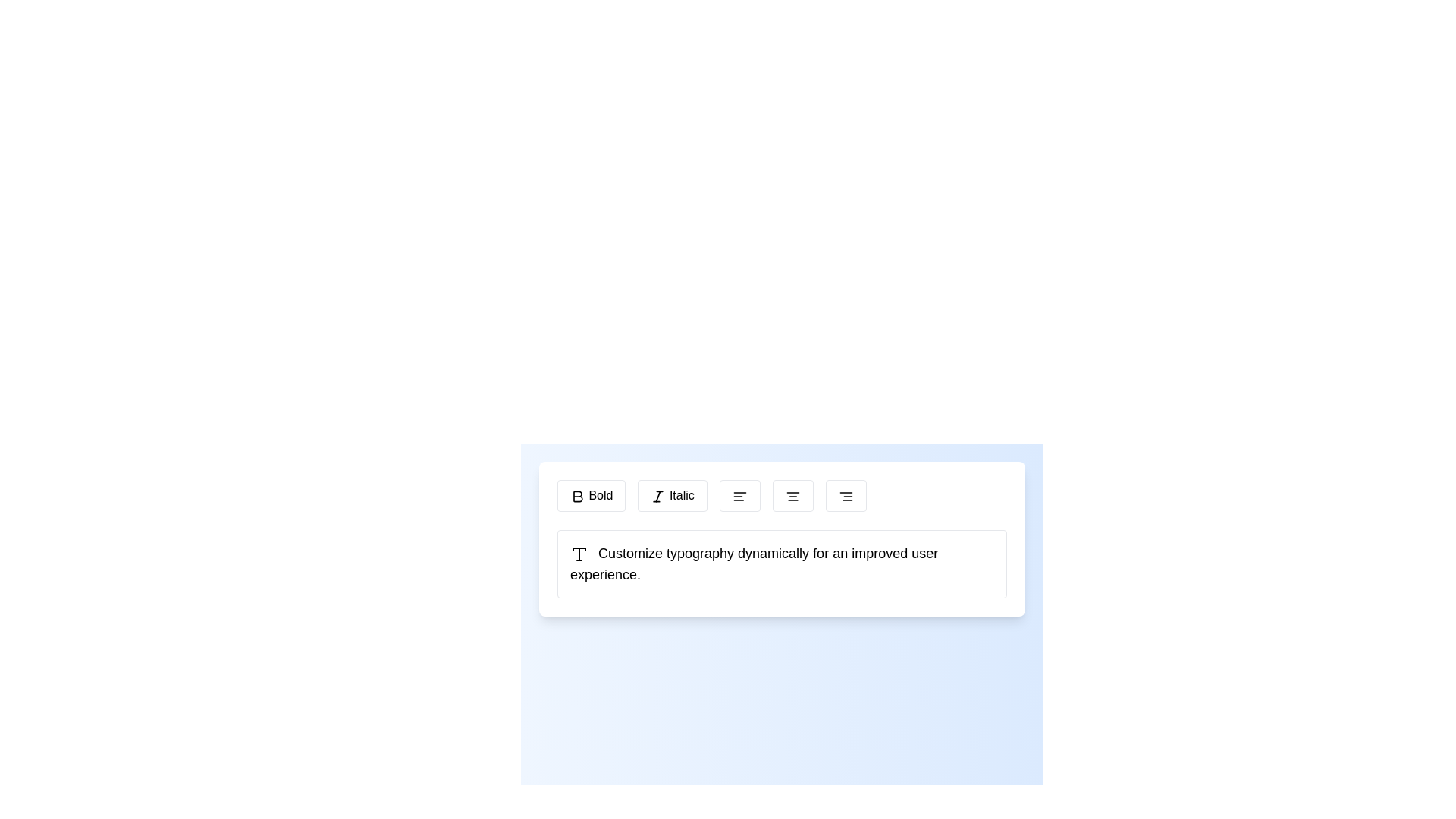 The width and height of the screenshot is (1456, 819). I want to click on the bold icon featuring a stylized 'B' symbol within the 'Bold' button located in the horizontal toolbar at the top of the content area, so click(577, 496).